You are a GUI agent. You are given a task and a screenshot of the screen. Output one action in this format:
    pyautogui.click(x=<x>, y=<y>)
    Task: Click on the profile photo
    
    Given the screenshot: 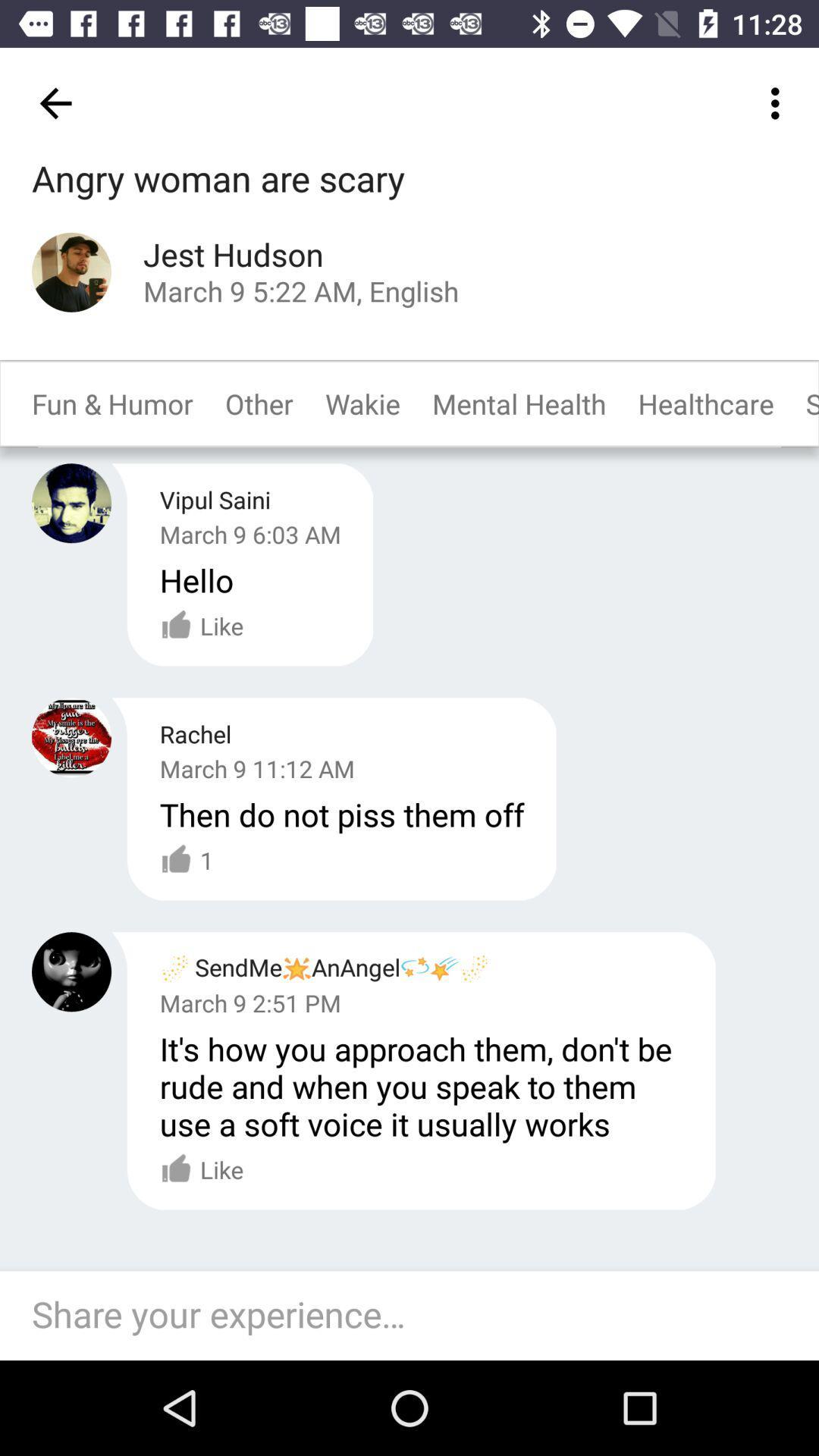 What is the action you would take?
    pyautogui.click(x=71, y=272)
    